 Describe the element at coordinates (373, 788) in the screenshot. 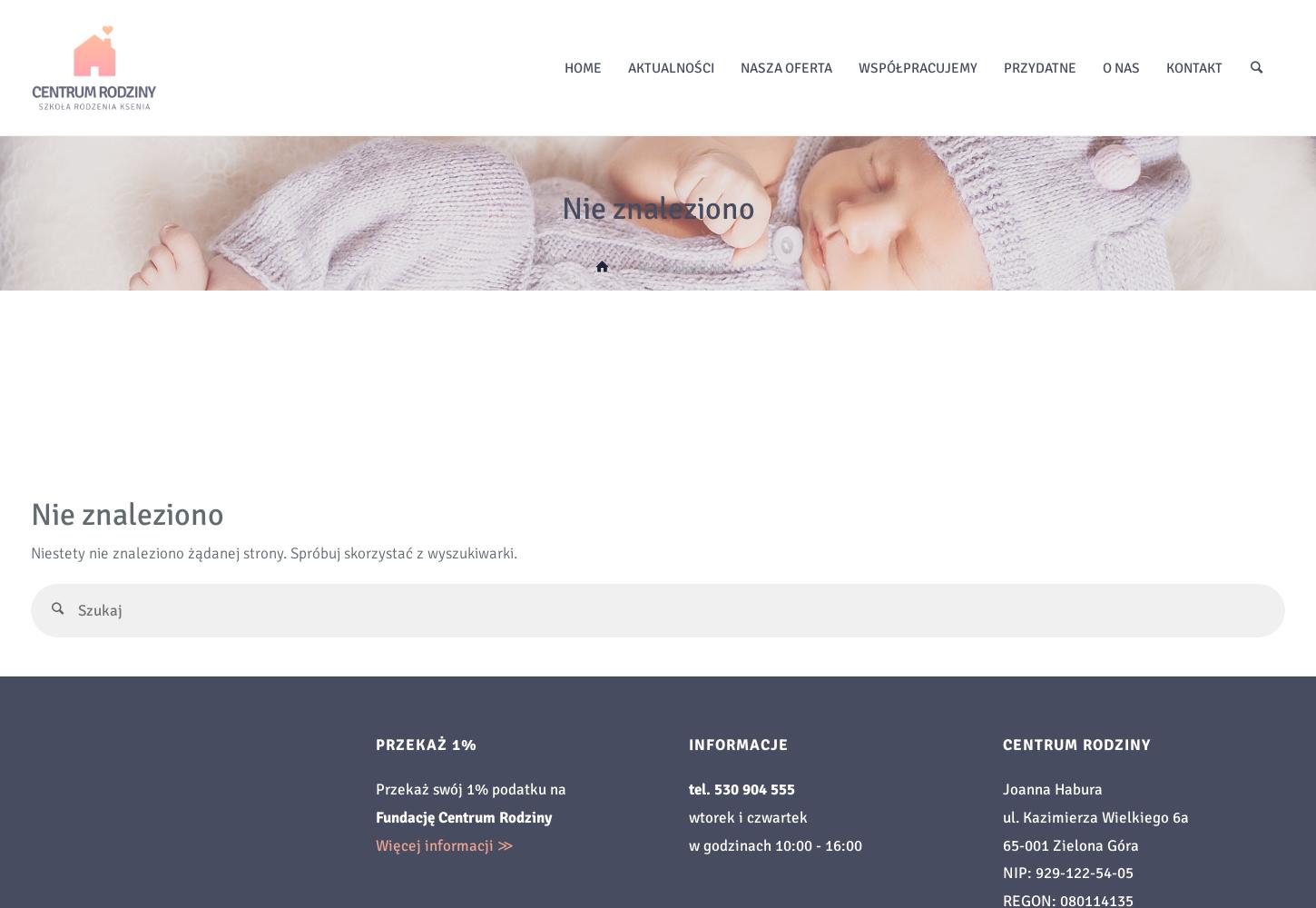

I see `'Przekaż swój 1% podatku na'` at that location.